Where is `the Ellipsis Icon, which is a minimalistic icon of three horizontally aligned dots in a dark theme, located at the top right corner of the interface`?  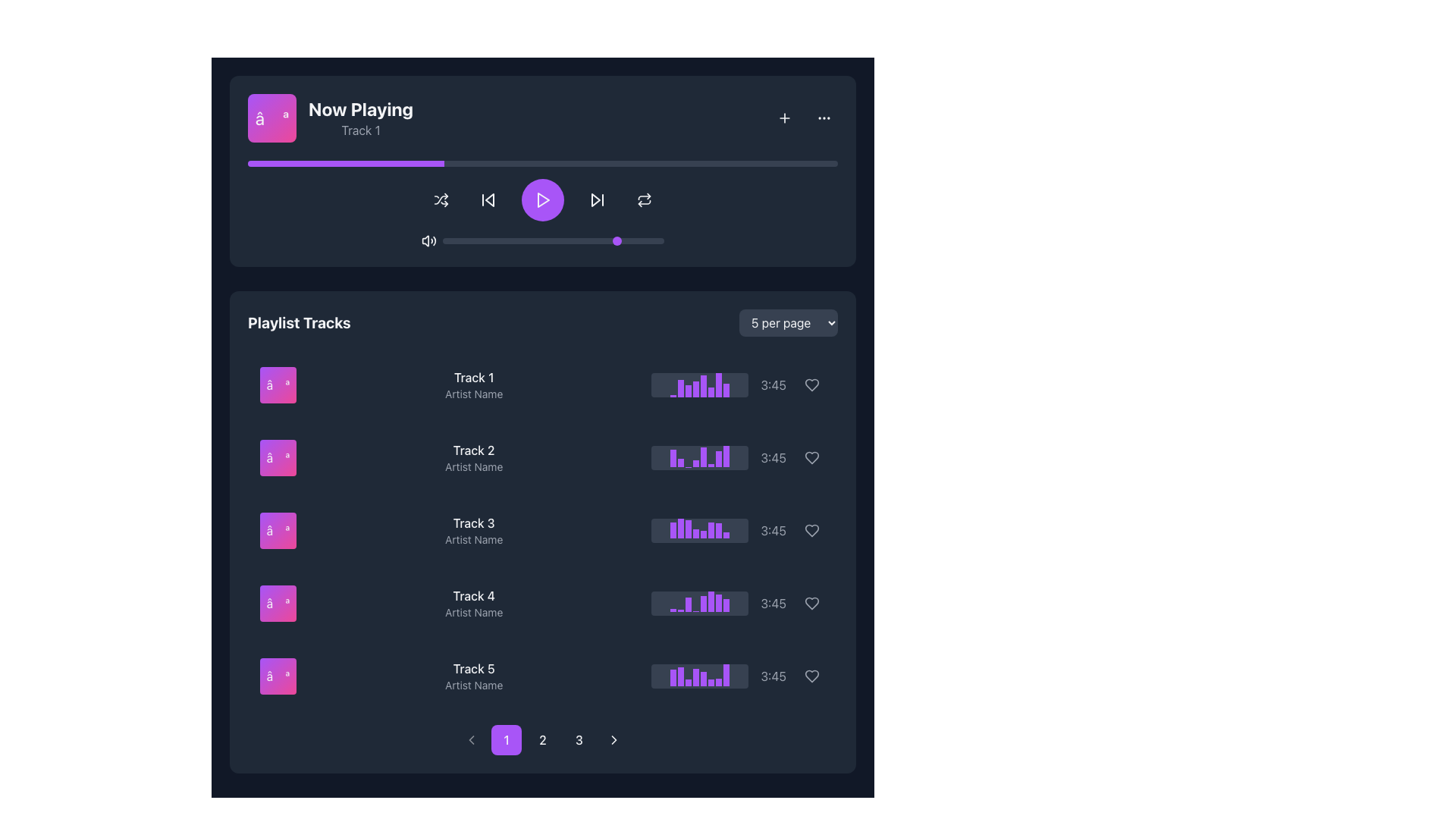 the Ellipsis Icon, which is a minimalistic icon of three horizontally aligned dots in a dark theme, located at the top right corner of the interface is located at coordinates (823, 117).